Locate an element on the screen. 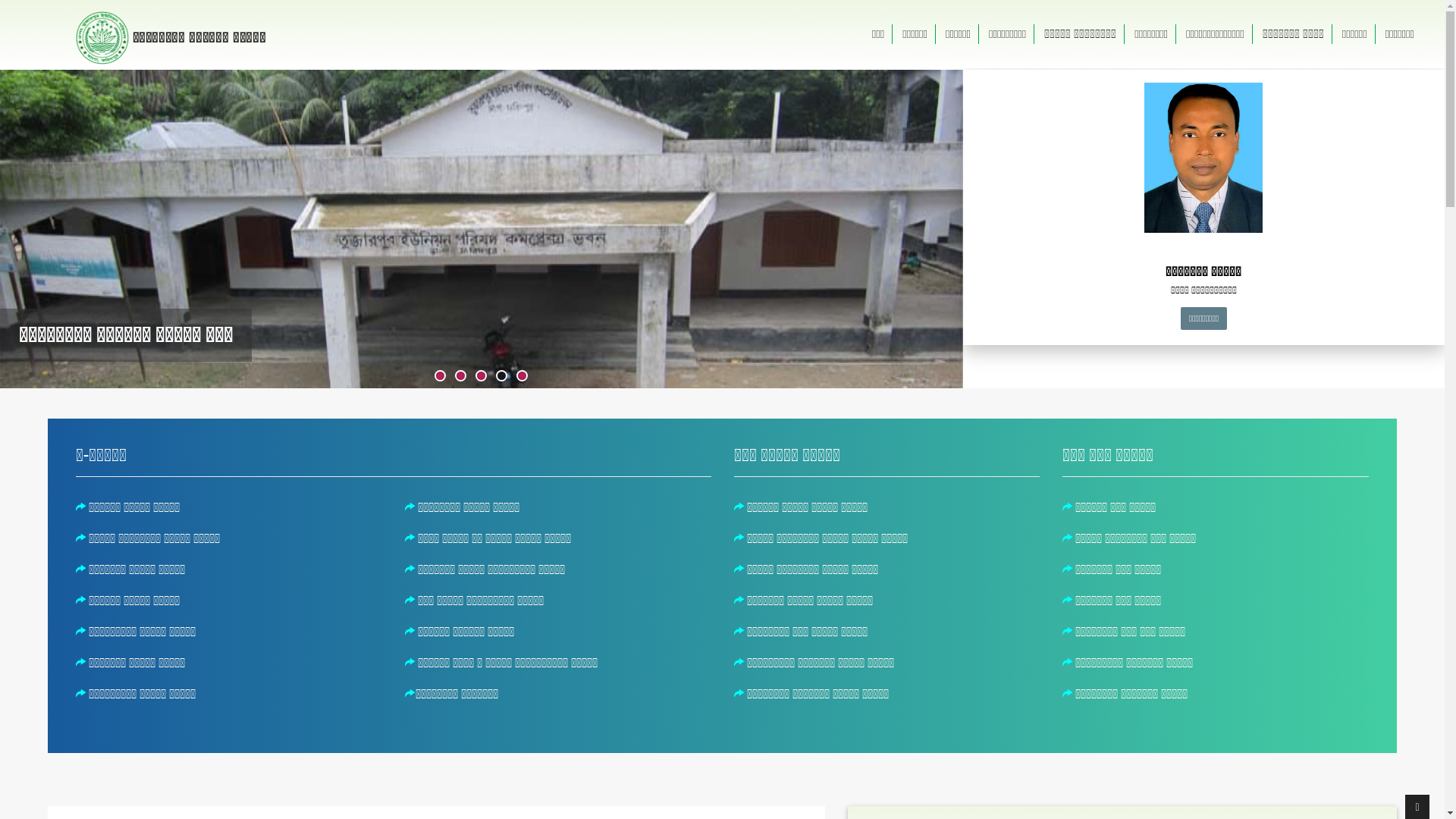  '1' is located at coordinates (439, 375).